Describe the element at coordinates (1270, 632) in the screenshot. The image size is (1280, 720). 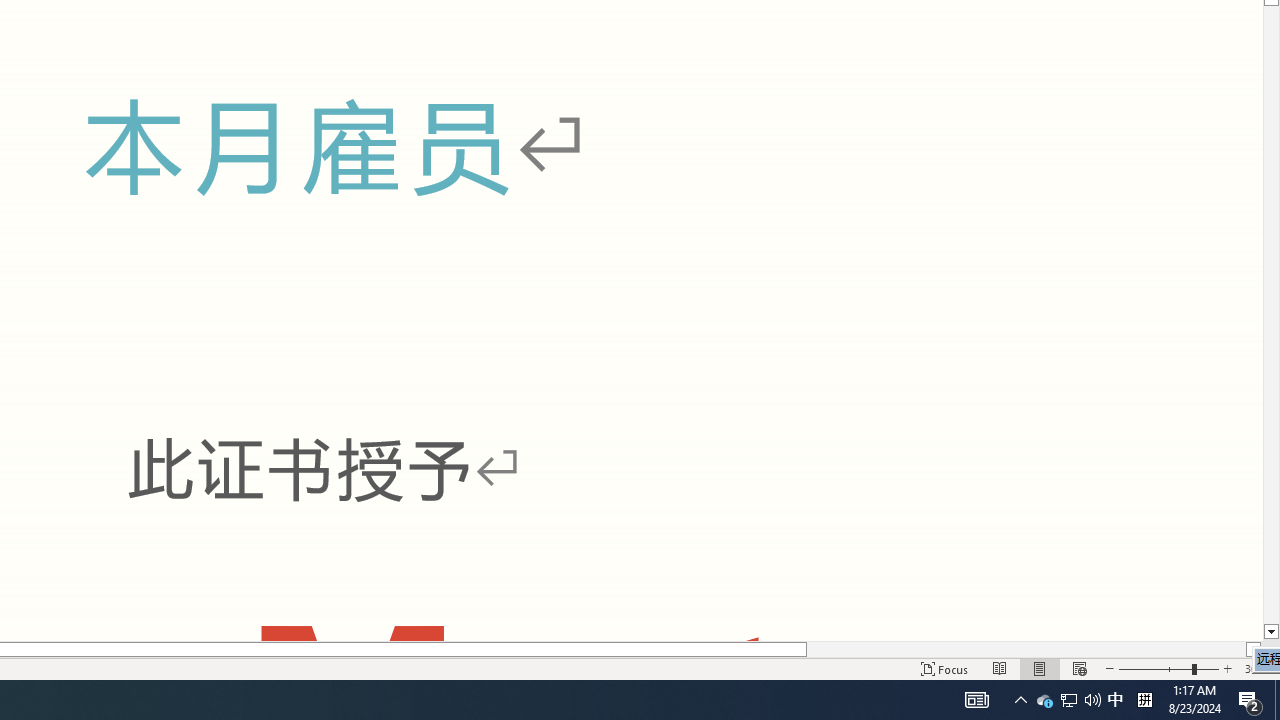
I see `'Line down'` at that location.